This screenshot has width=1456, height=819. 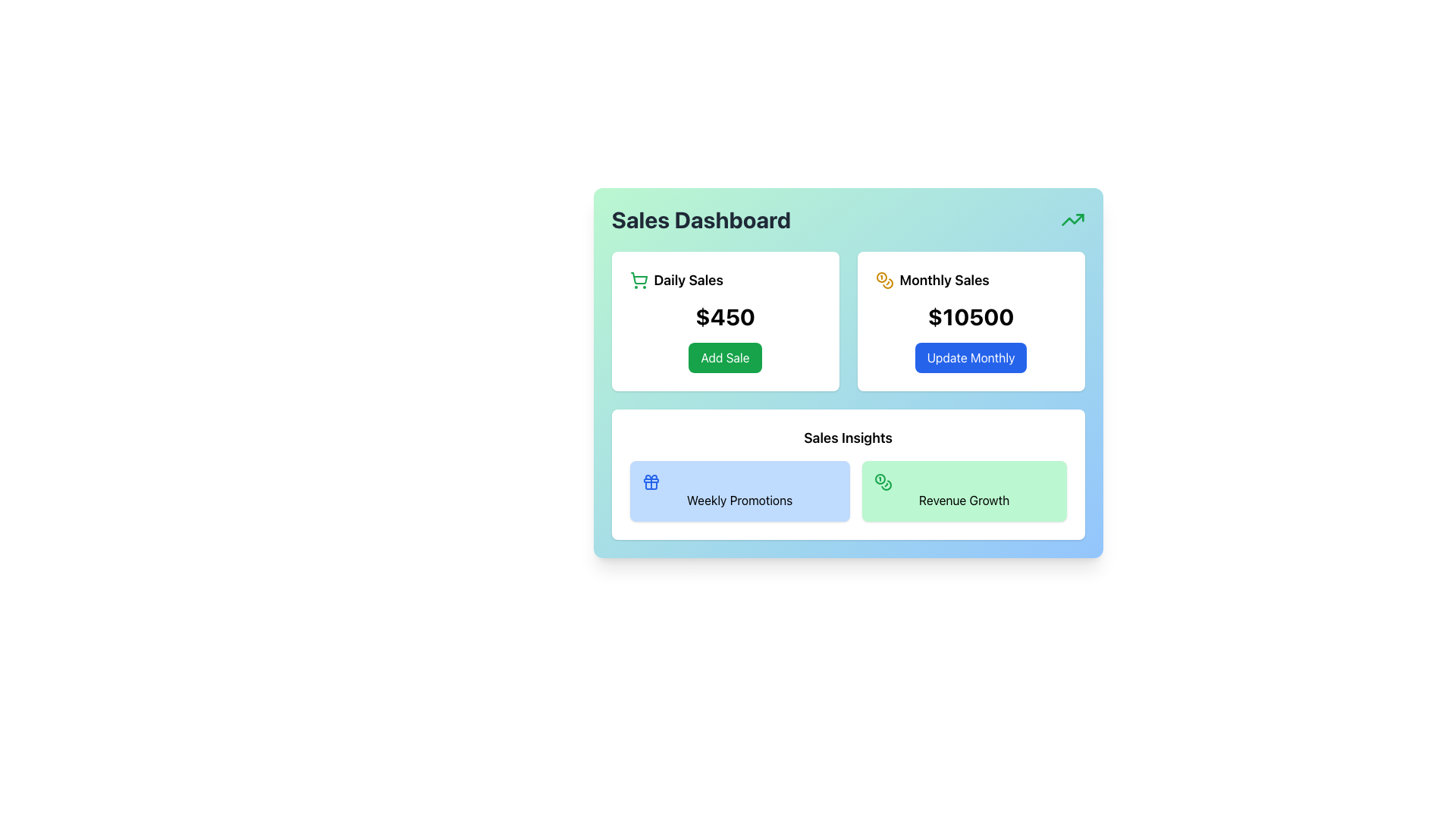 I want to click on the green rectangular button labeled 'Add Sale', so click(x=724, y=357).